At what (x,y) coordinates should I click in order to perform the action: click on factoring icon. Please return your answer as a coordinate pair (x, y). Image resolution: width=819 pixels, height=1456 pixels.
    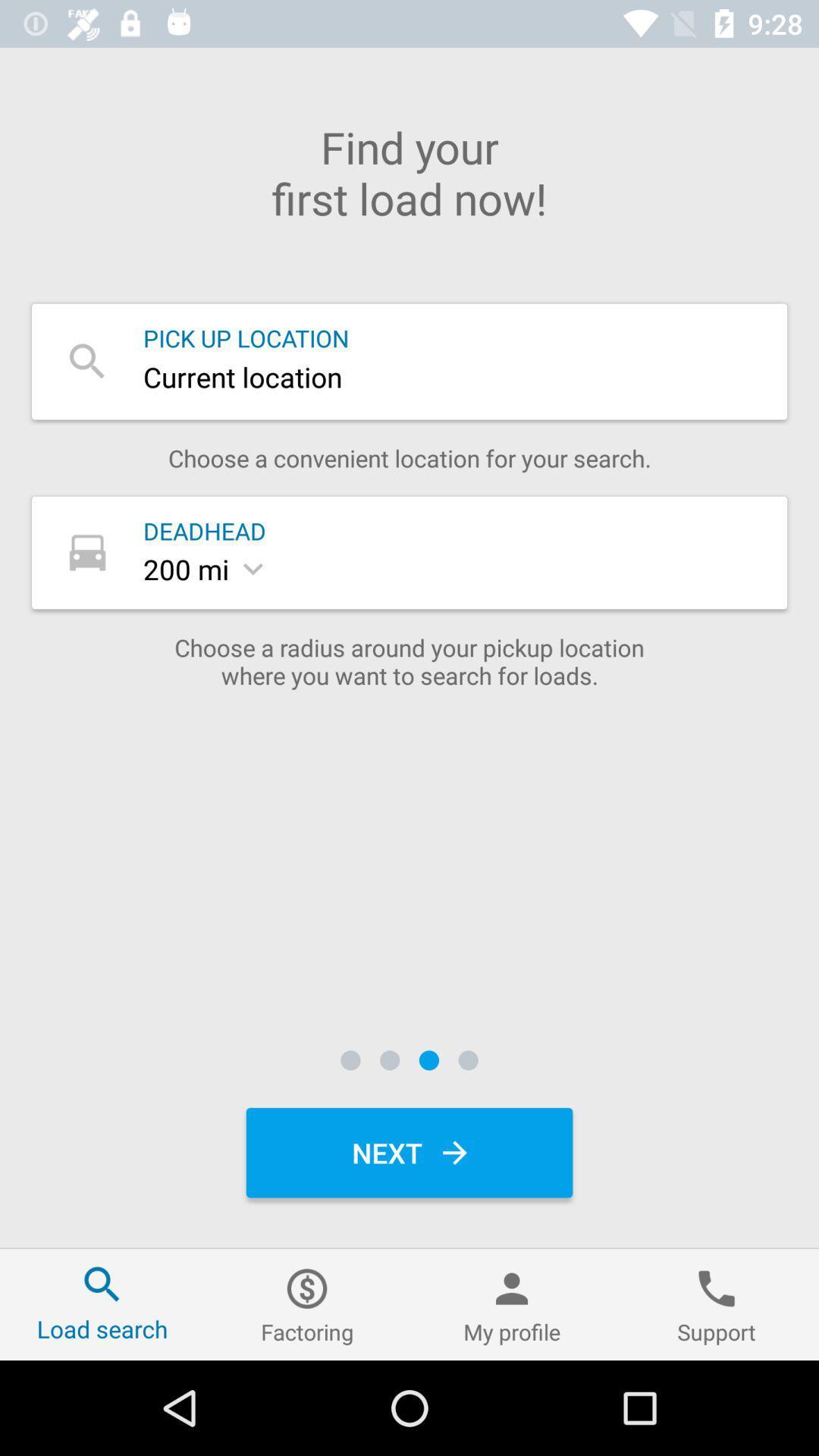
    Looking at the image, I should click on (307, 1304).